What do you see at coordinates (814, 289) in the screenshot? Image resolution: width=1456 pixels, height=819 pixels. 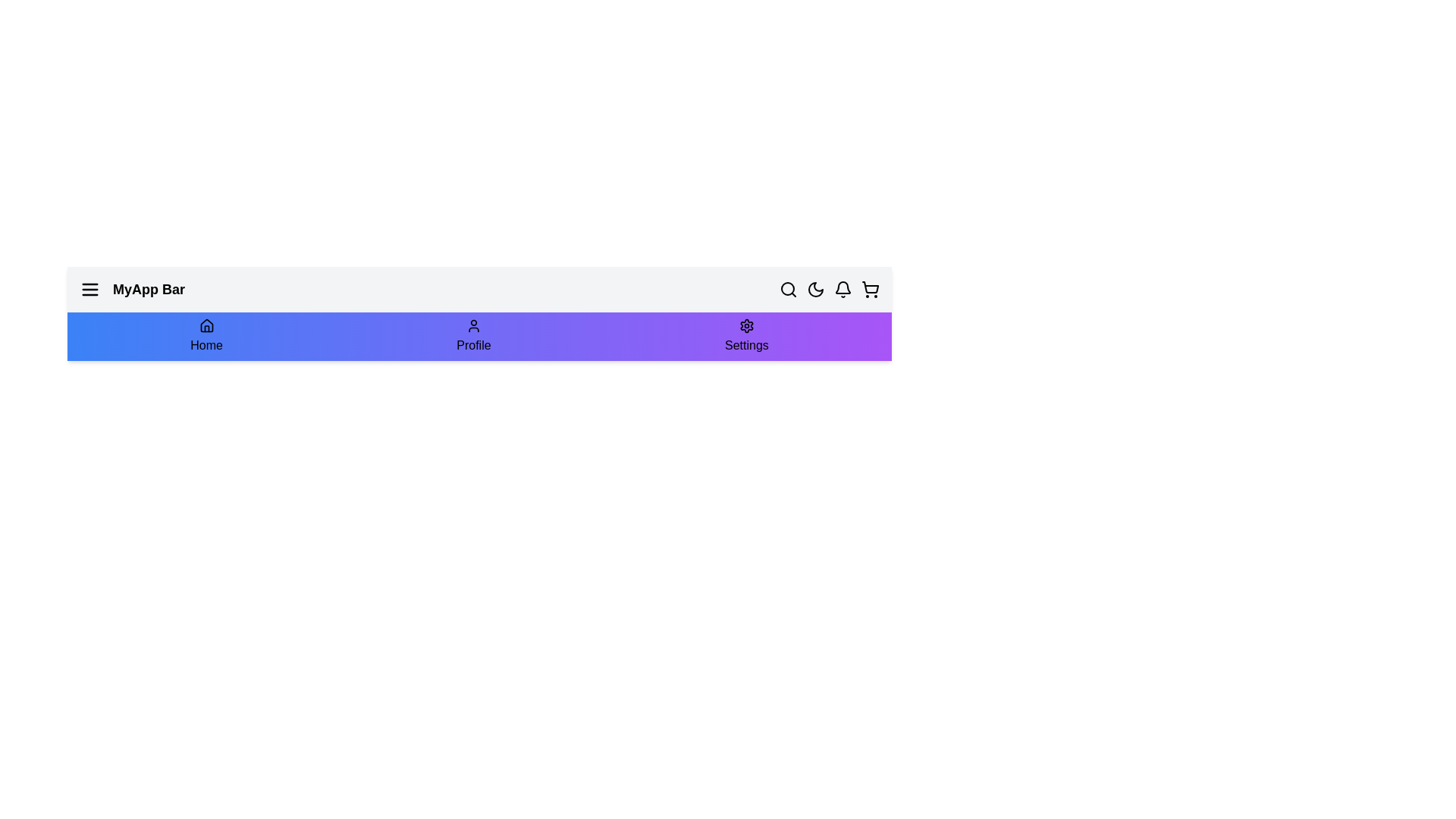 I see `the sun/moon icon to toggle the dark mode` at bounding box center [814, 289].